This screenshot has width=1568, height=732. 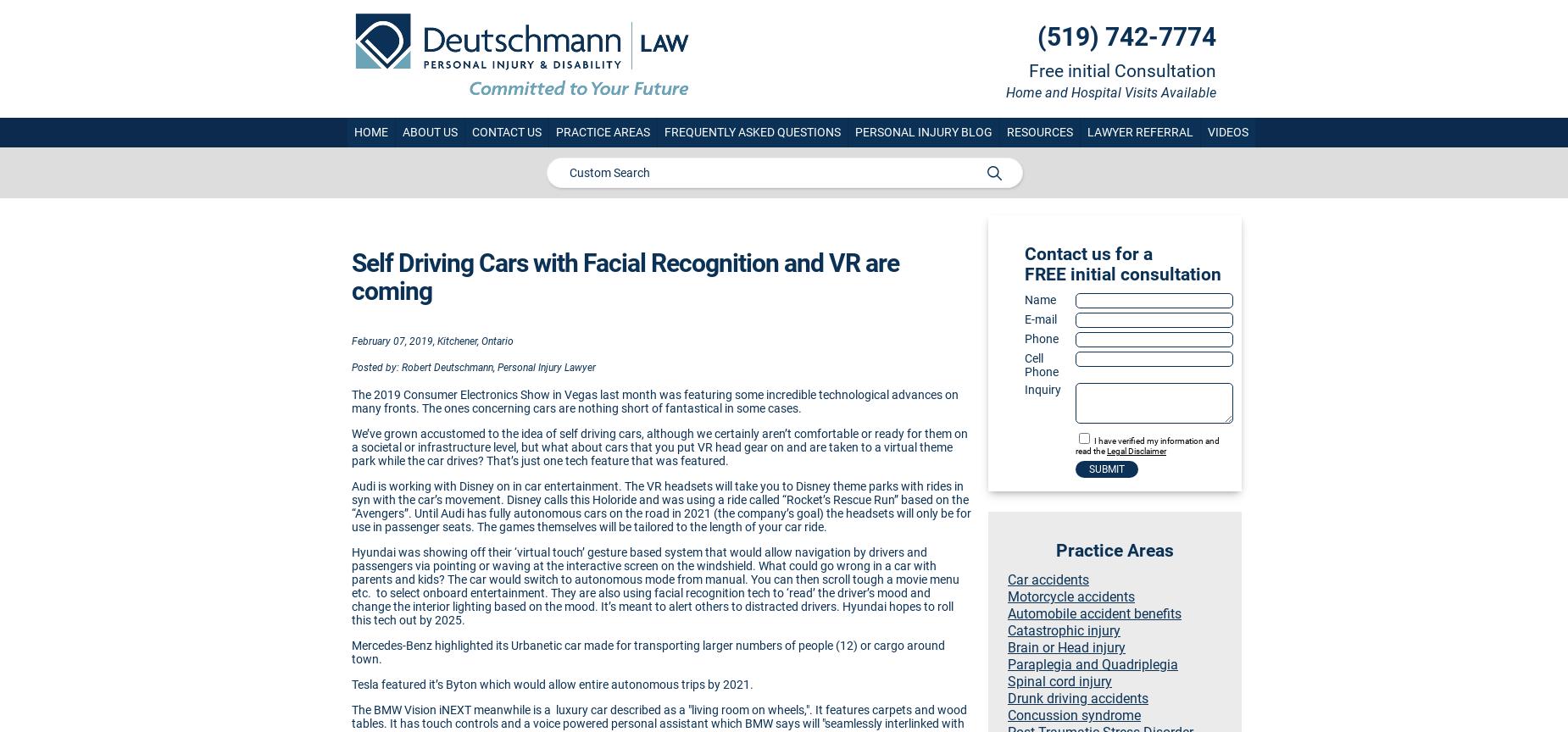 I want to click on 'Mercedes-Benz highlighted its Urbanetic car made for transporting larger numbers of people (12) or cargo around town.', so click(x=350, y=650).